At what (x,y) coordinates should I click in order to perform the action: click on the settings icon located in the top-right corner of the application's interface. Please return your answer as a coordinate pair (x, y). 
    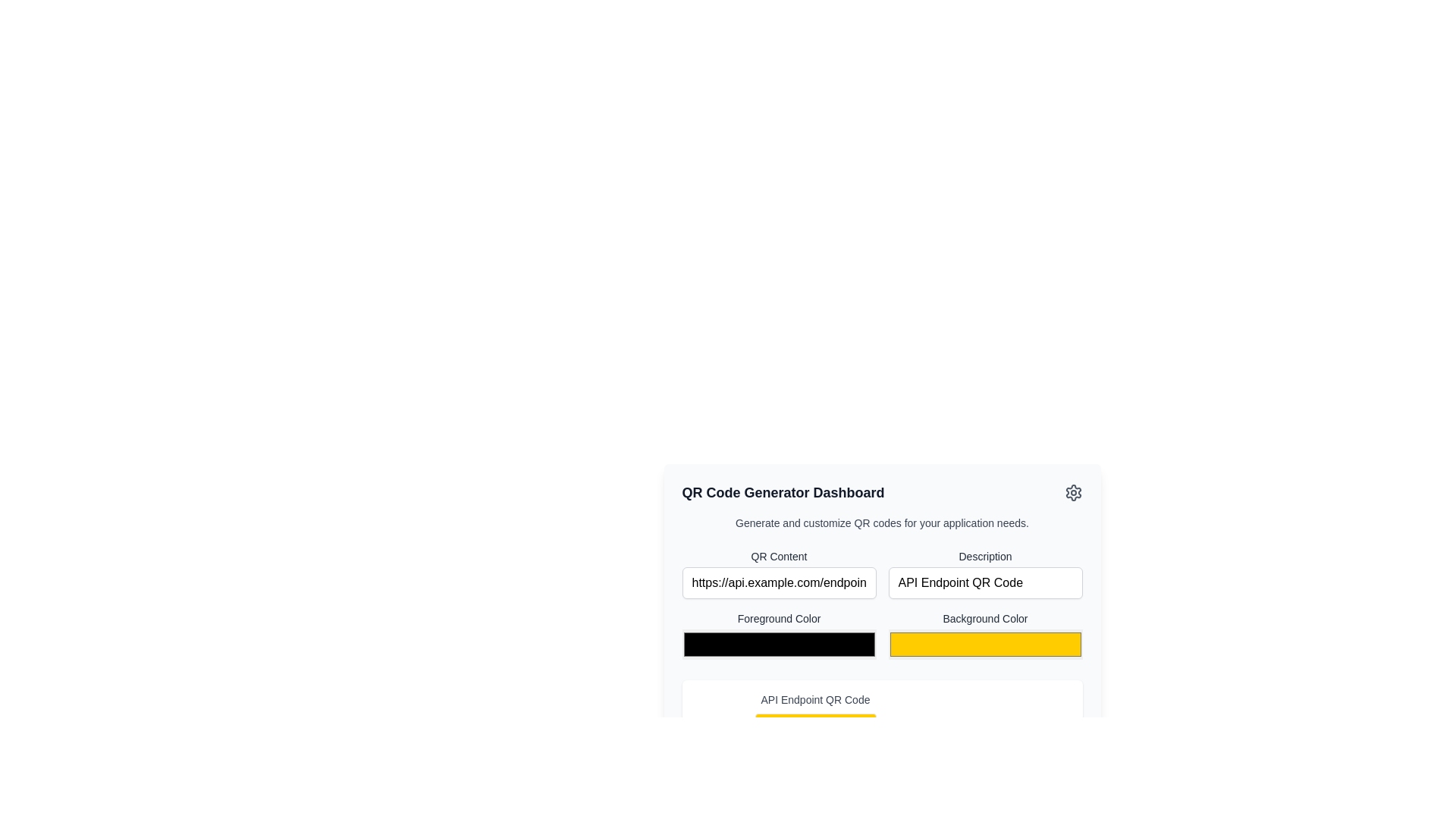
    Looking at the image, I should click on (1072, 493).